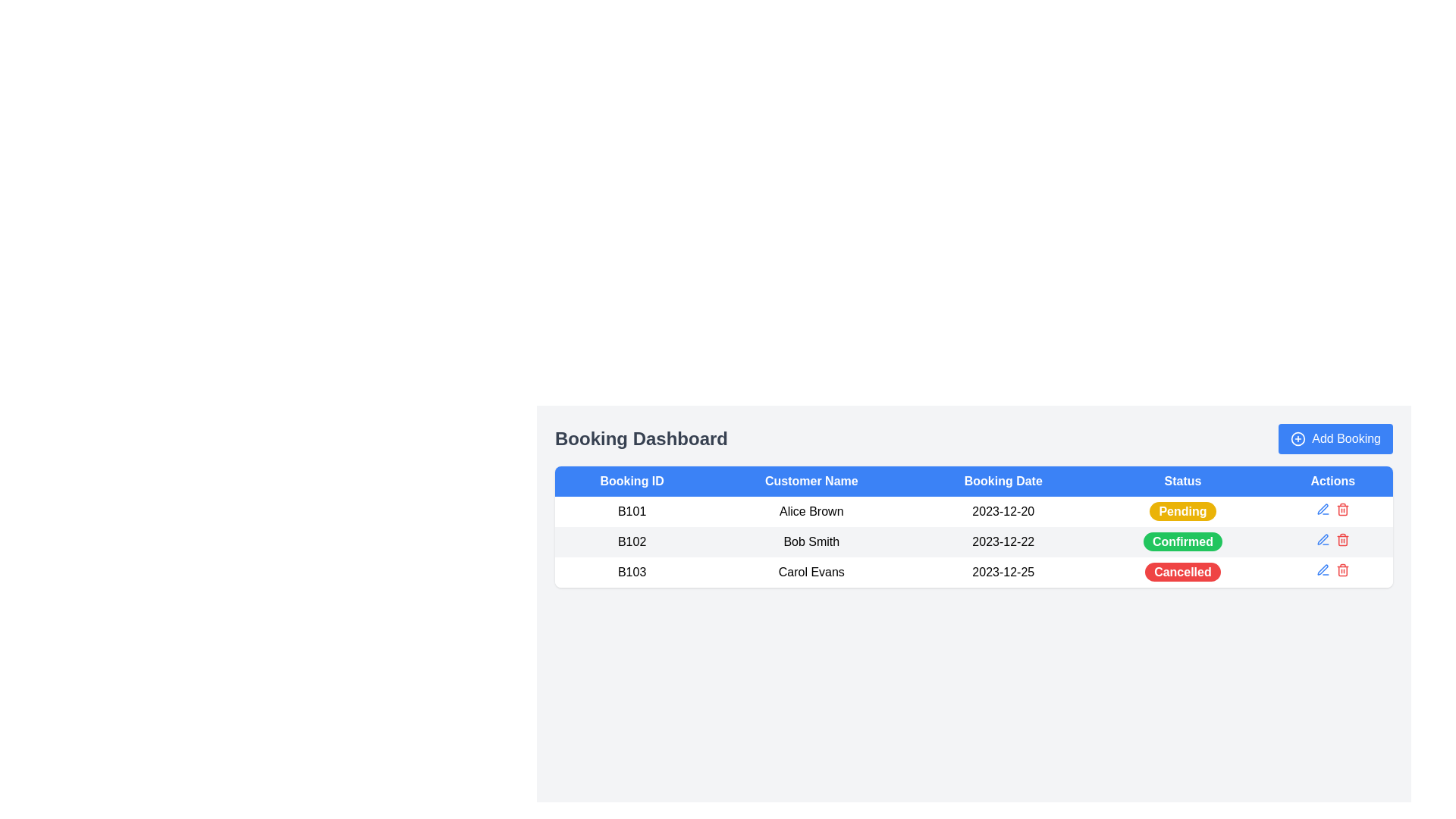  Describe the element at coordinates (1342, 509) in the screenshot. I see `the delete icon button in the 'Actions' column for the row with 'Pending' status to observe style changes` at that location.